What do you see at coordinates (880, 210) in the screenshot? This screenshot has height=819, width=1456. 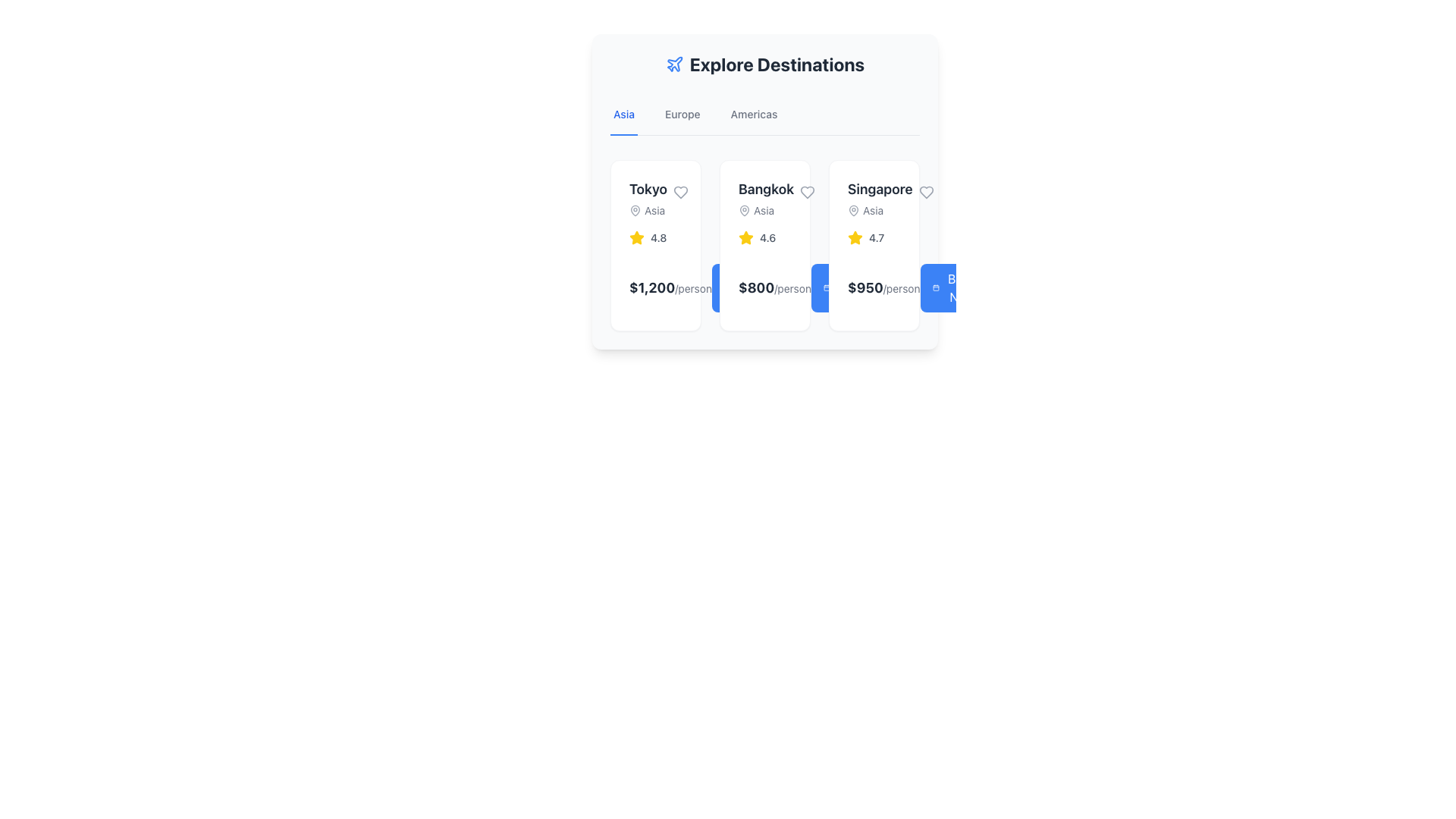 I see `text label displaying 'Asia' located in the bottom section of the third card from the left, below the 'Singapore' label` at bounding box center [880, 210].